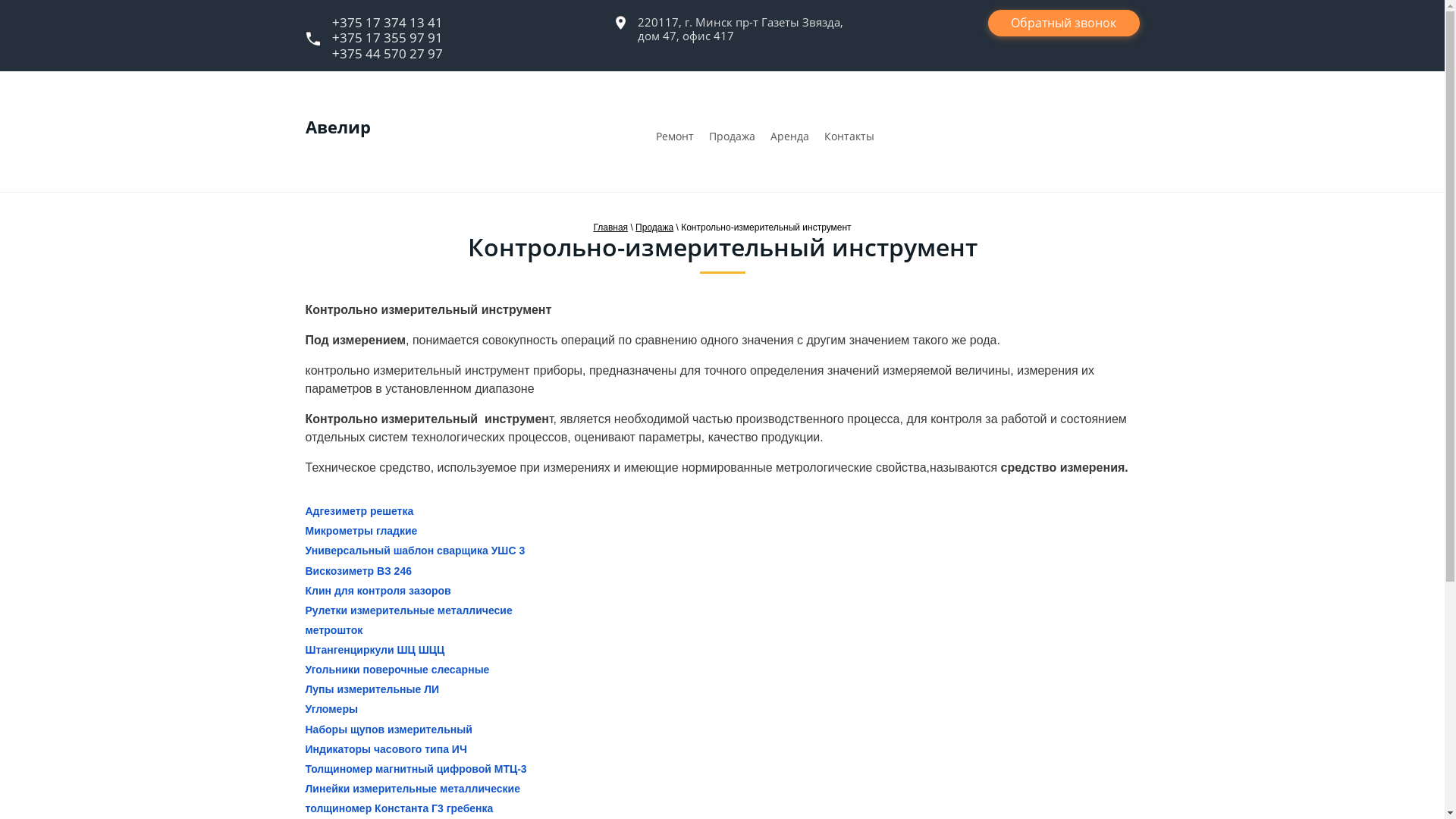 This screenshot has width=1456, height=819. What do you see at coordinates (331, 52) in the screenshot?
I see `'+375 44 570 27 97'` at bounding box center [331, 52].